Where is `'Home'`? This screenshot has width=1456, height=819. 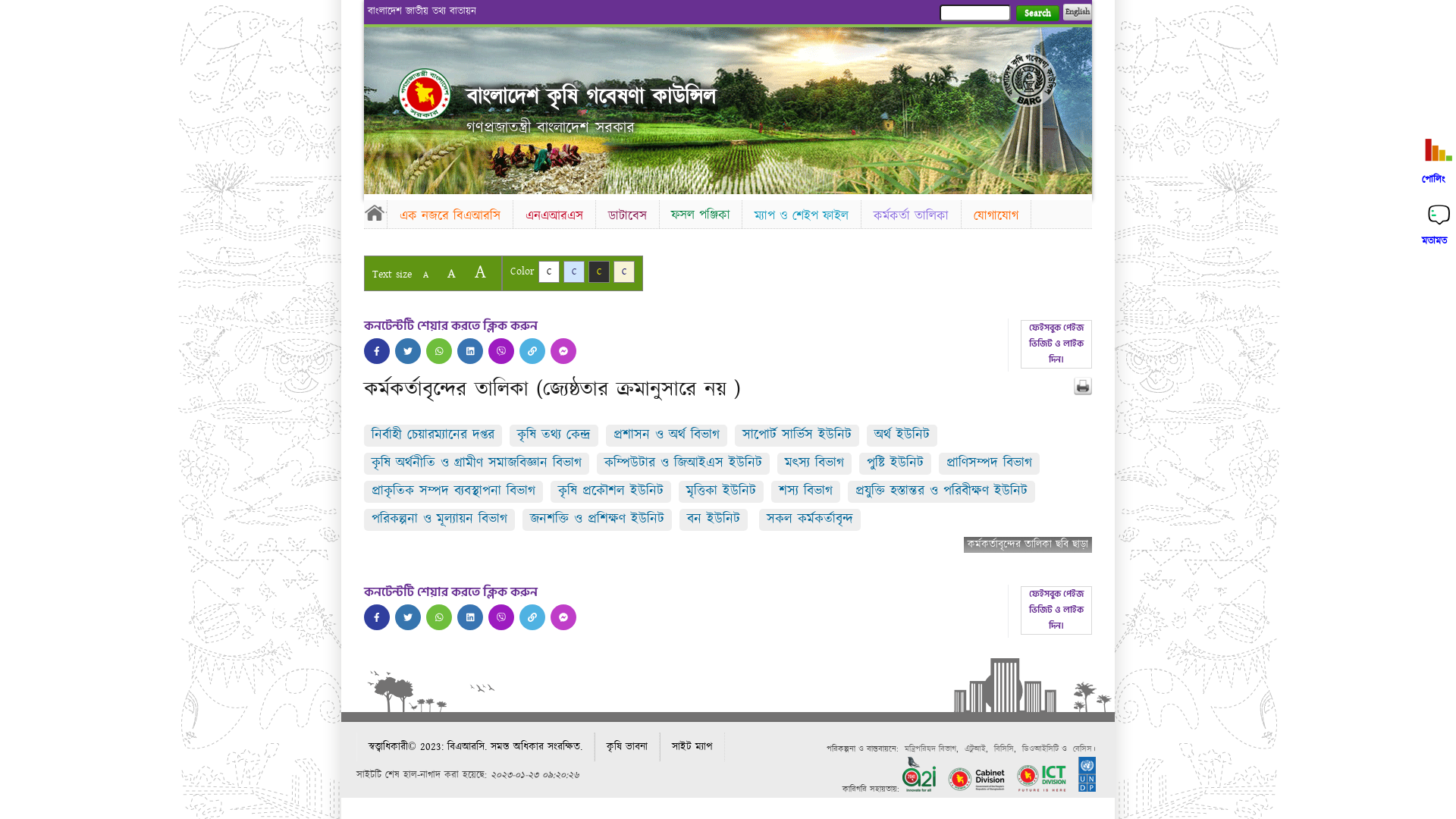 'Home' is located at coordinates (425, 93).